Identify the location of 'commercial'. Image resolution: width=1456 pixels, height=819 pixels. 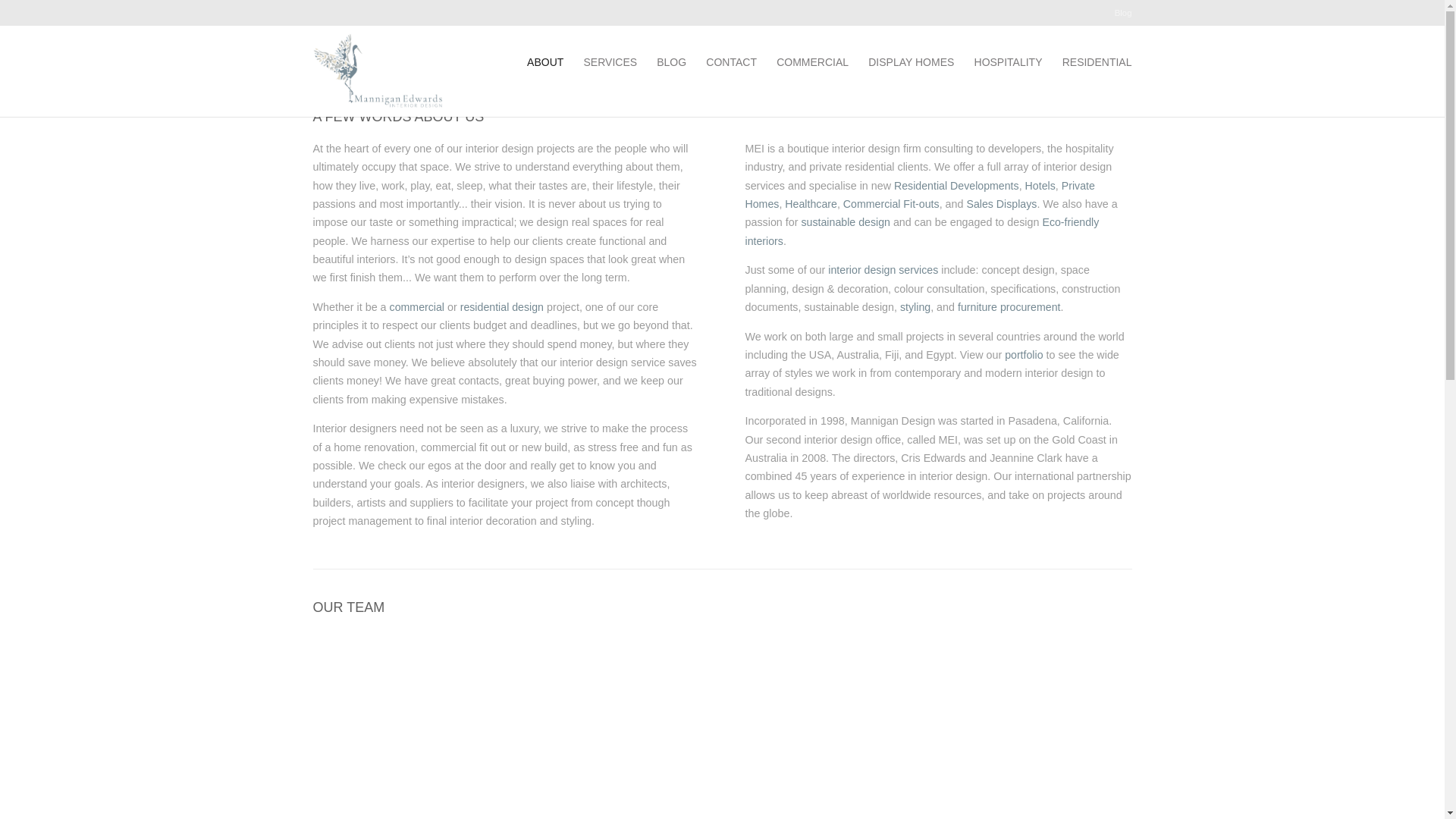
(417, 307).